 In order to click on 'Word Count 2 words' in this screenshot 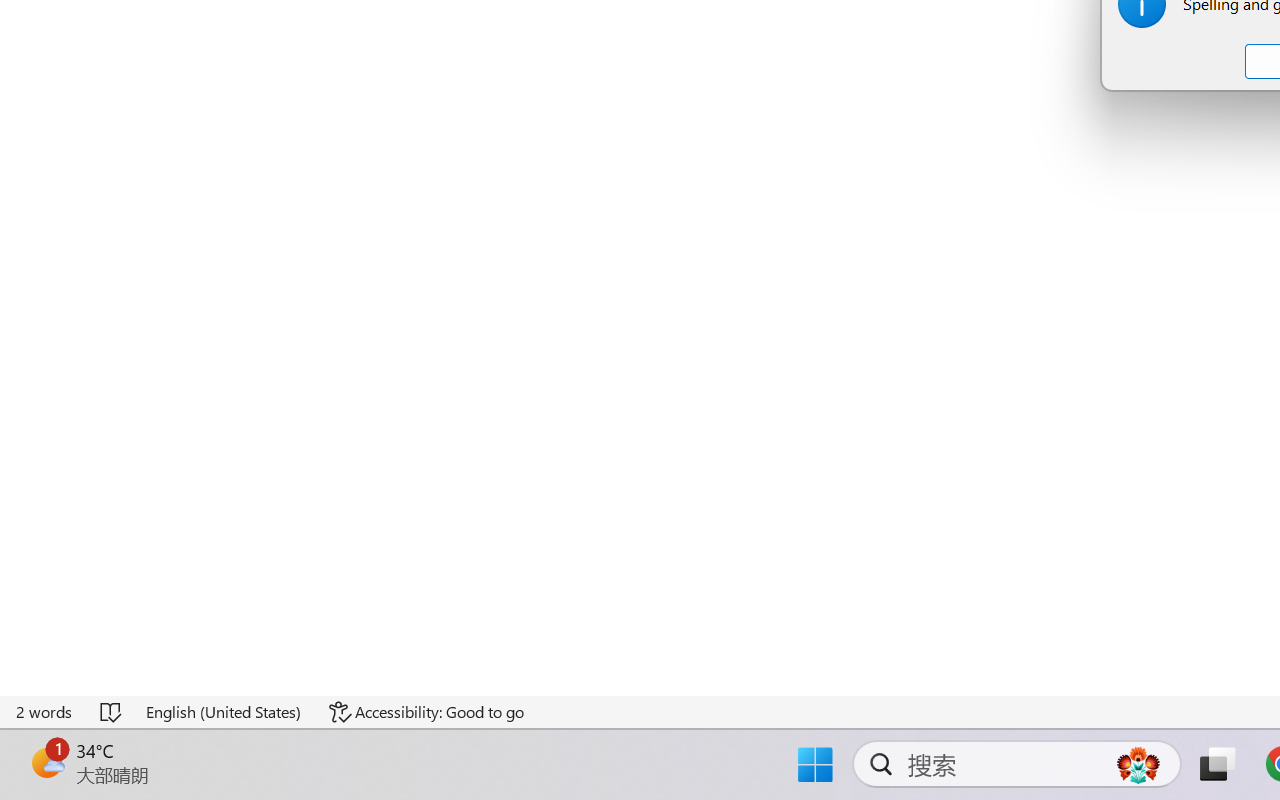, I will do `click(45, 711)`.